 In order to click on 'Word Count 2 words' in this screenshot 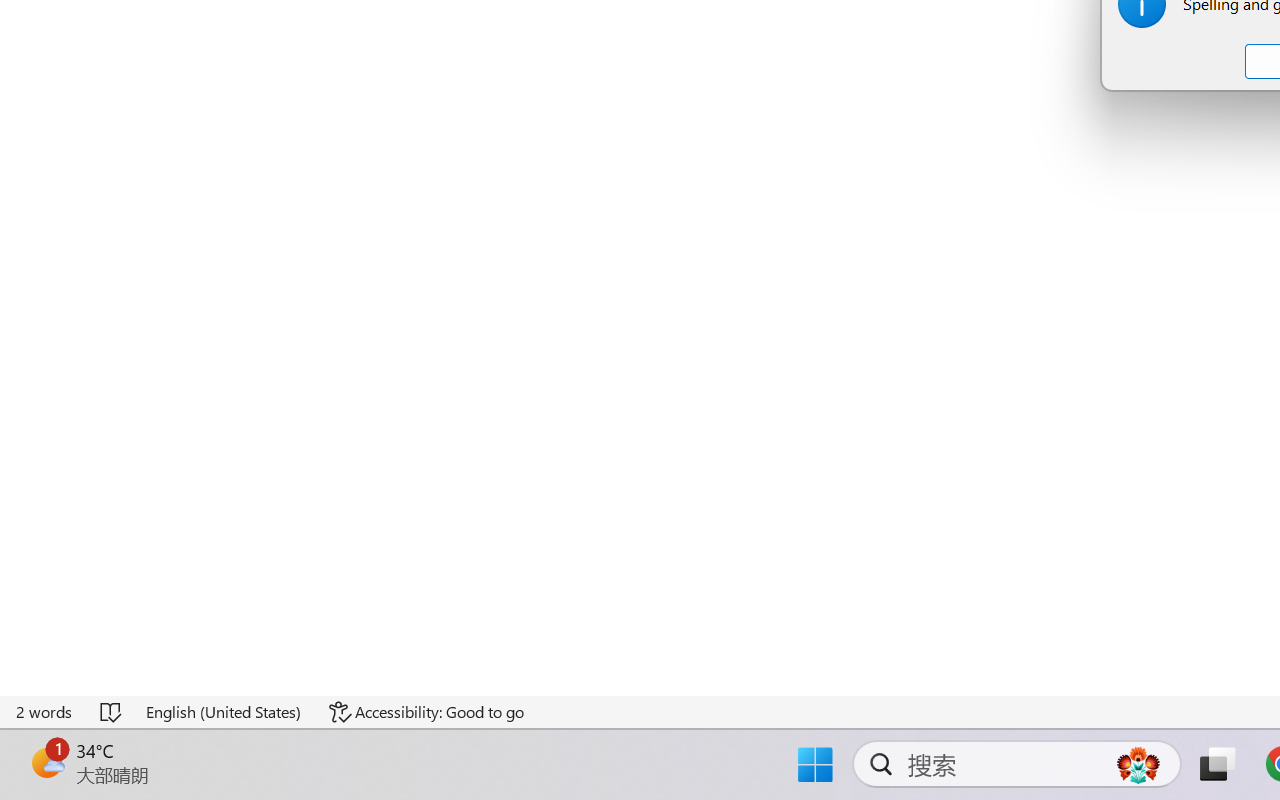, I will do `click(45, 711)`.